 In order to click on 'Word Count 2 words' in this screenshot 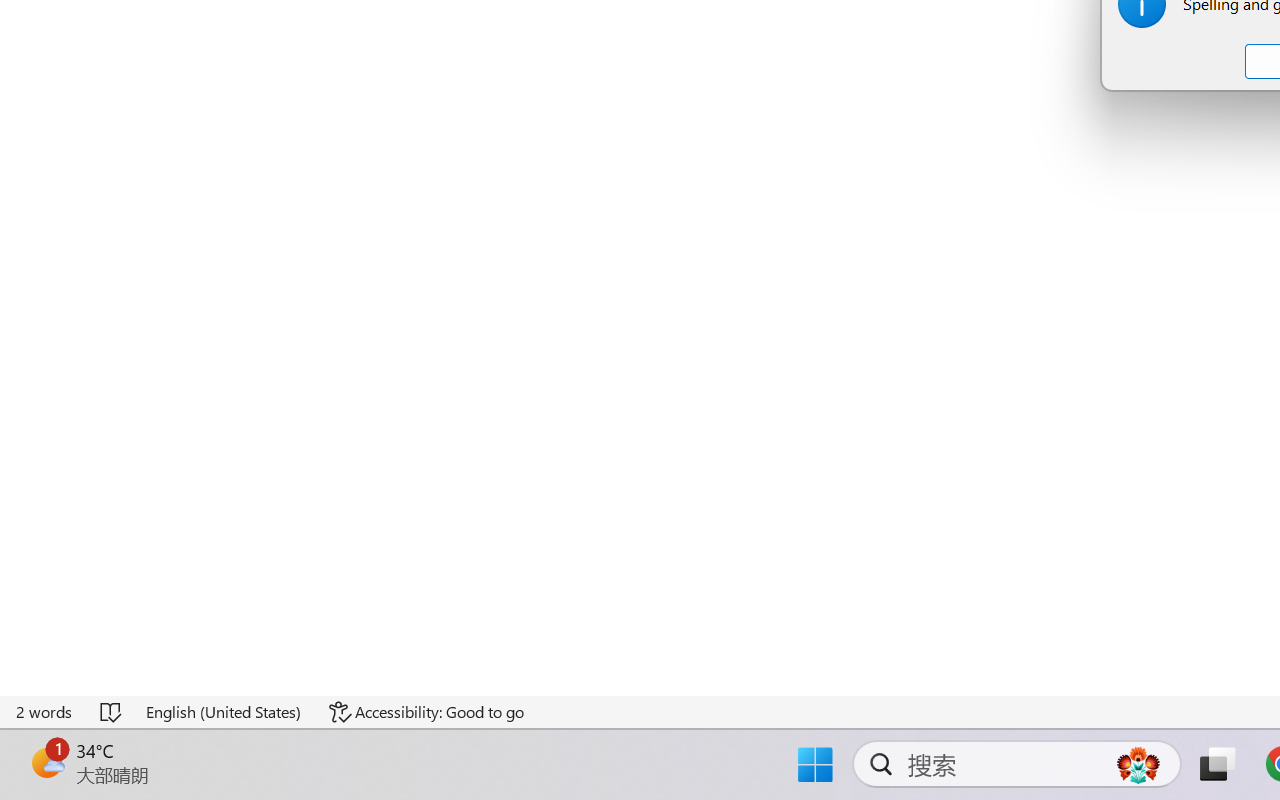, I will do `click(45, 711)`.